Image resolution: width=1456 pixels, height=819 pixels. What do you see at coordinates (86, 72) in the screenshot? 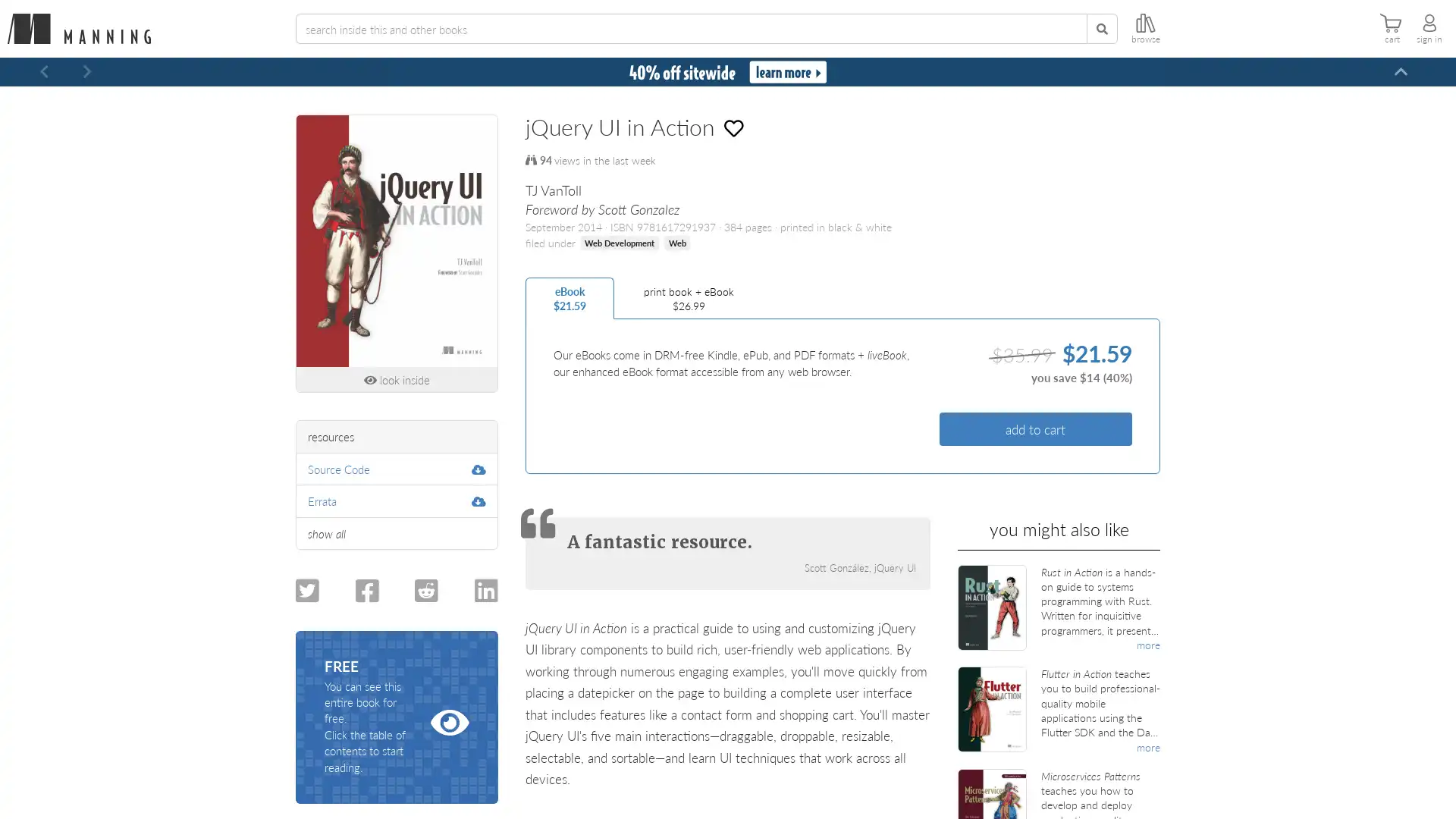
I see `Next` at bounding box center [86, 72].